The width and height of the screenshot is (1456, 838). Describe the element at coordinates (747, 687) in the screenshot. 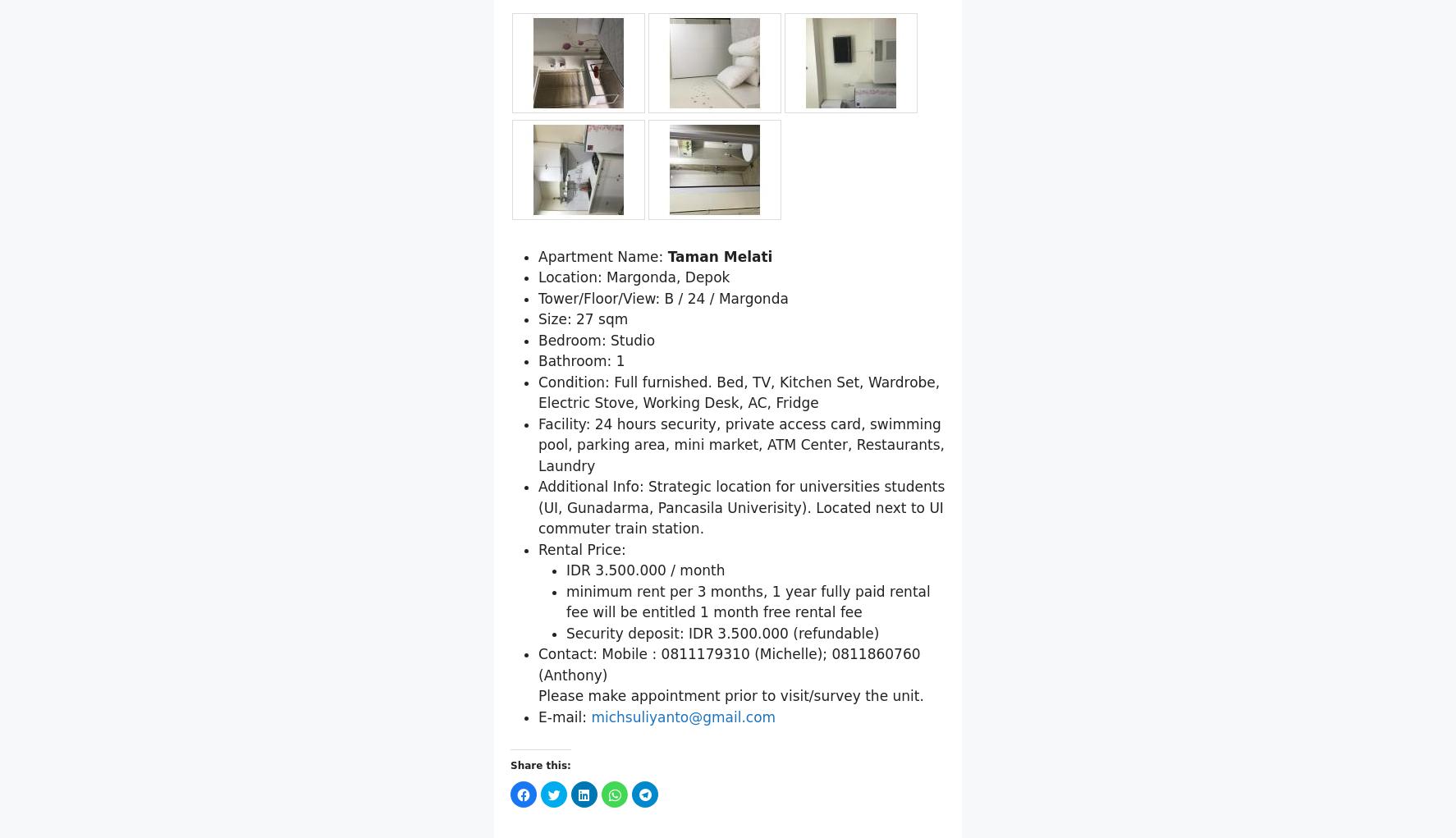

I see `'minimum rent per 3 months, 1 year fully paid rental fee will be entitled 1 month free rental fee'` at that location.